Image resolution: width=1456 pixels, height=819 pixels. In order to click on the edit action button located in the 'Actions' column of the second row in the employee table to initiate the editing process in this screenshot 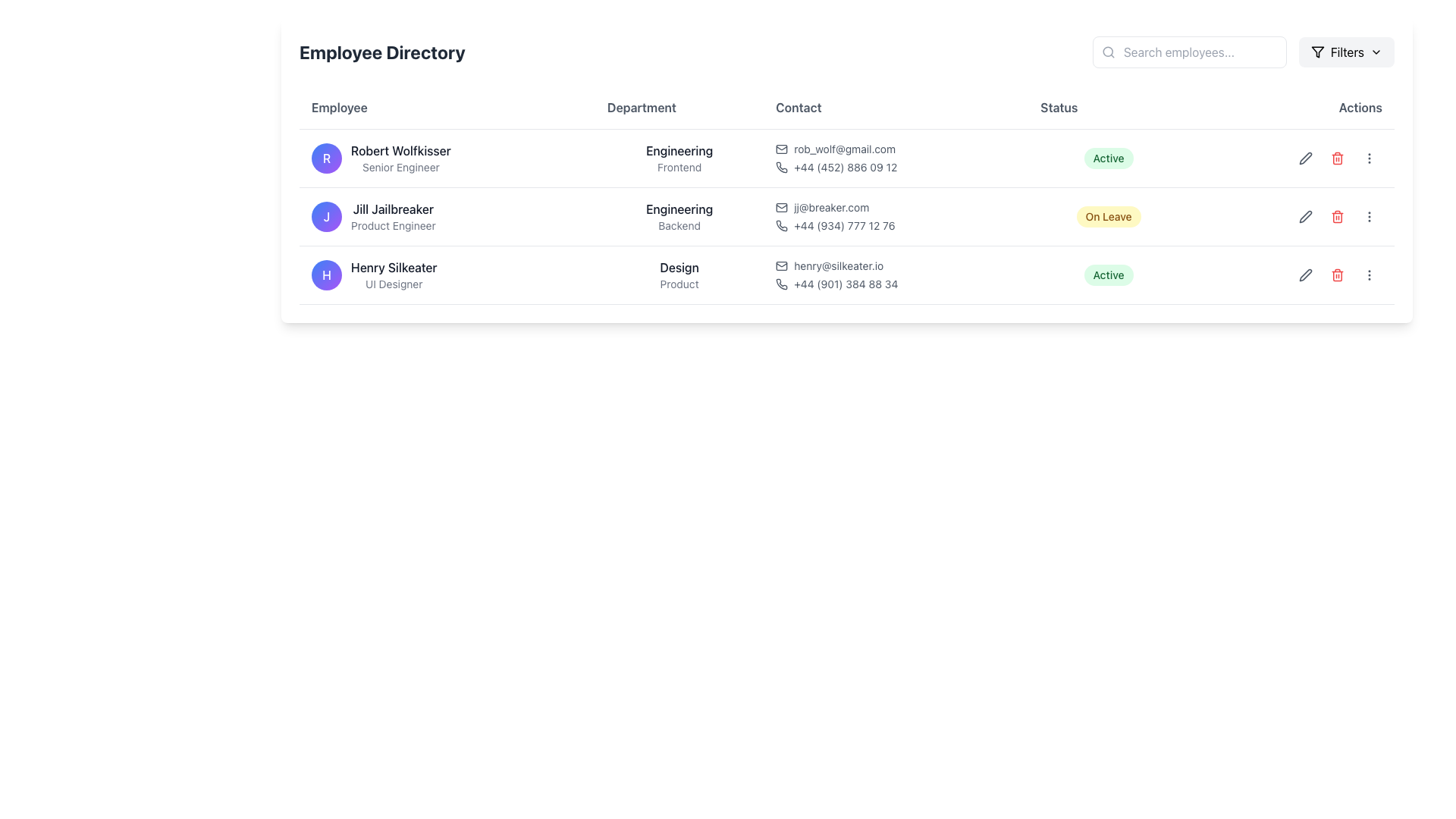, I will do `click(1305, 216)`.